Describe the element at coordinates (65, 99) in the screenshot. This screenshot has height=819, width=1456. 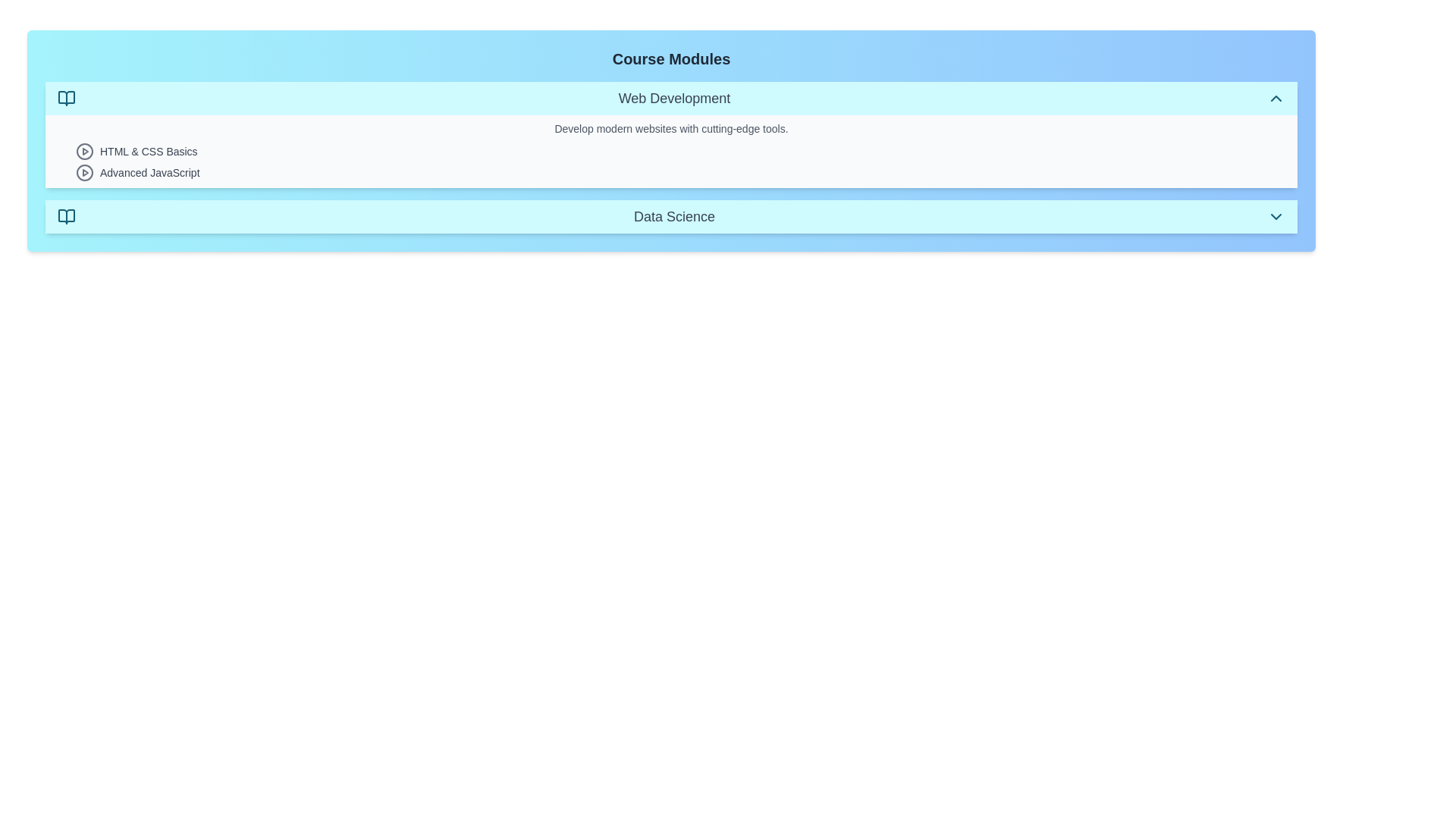
I see `the small cyan open book icon located at the top-left corner of the 'Web Development' module header` at that location.